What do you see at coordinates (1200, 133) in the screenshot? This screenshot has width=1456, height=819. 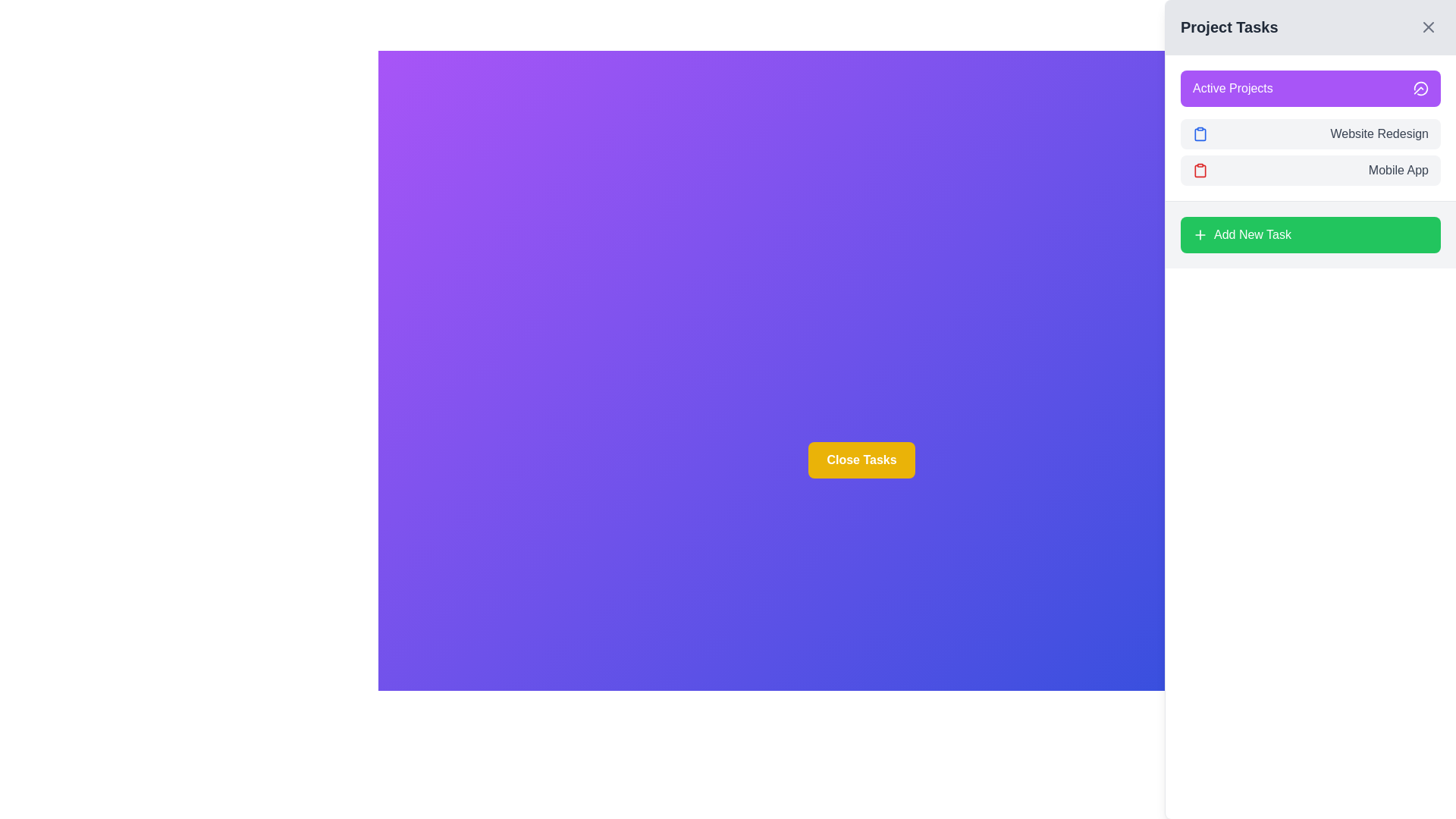 I see `the 'Website Redesign' task icon located in the sidebar under 'Project Tasks'` at bounding box center [1200, 133].